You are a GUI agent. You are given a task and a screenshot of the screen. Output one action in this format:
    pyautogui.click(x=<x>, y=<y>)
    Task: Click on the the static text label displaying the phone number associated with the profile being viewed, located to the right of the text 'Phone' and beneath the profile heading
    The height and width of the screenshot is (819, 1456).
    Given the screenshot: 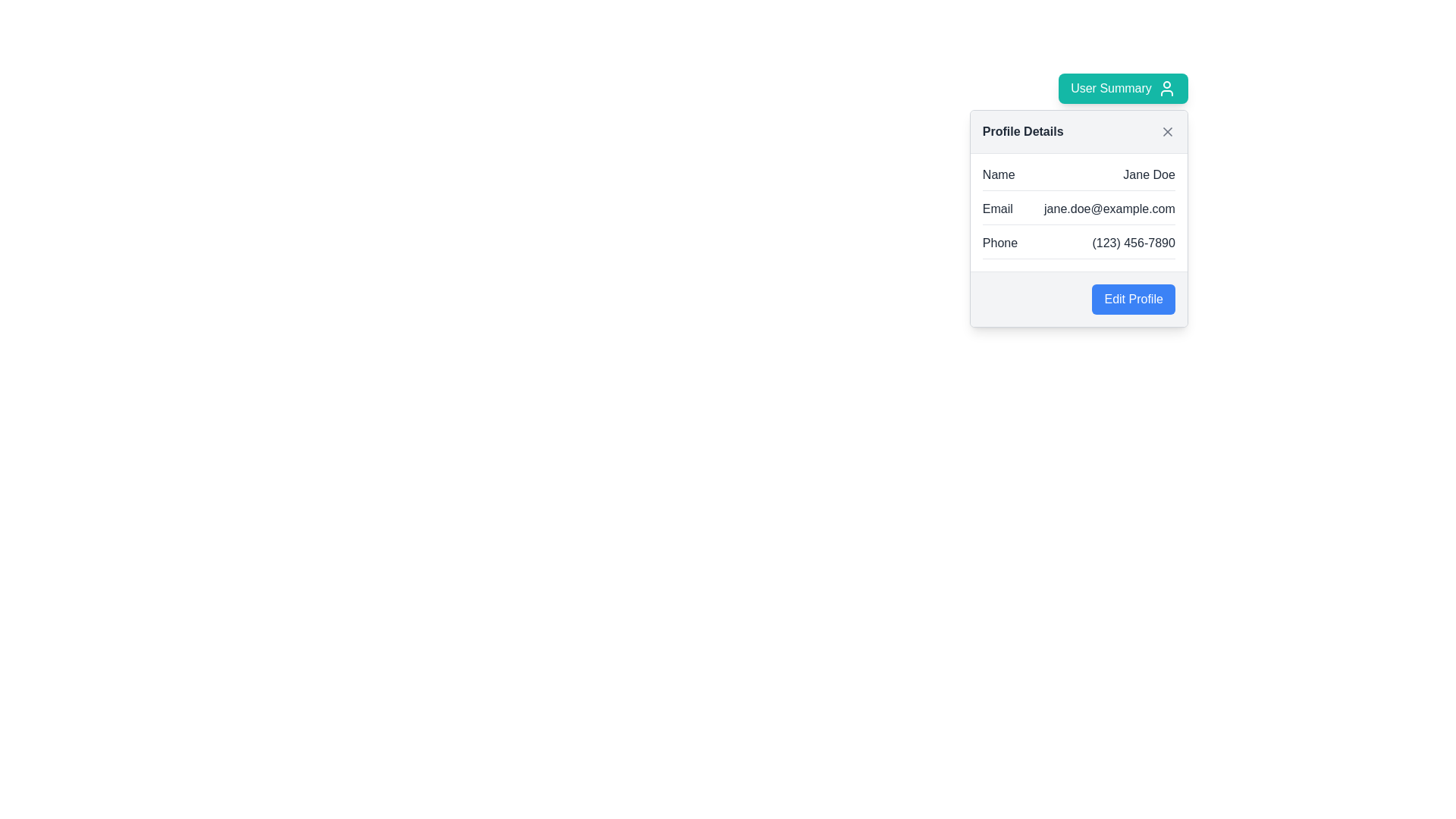 What is the action you would take?
    pyautogui.click(x=1134, y=242)
    